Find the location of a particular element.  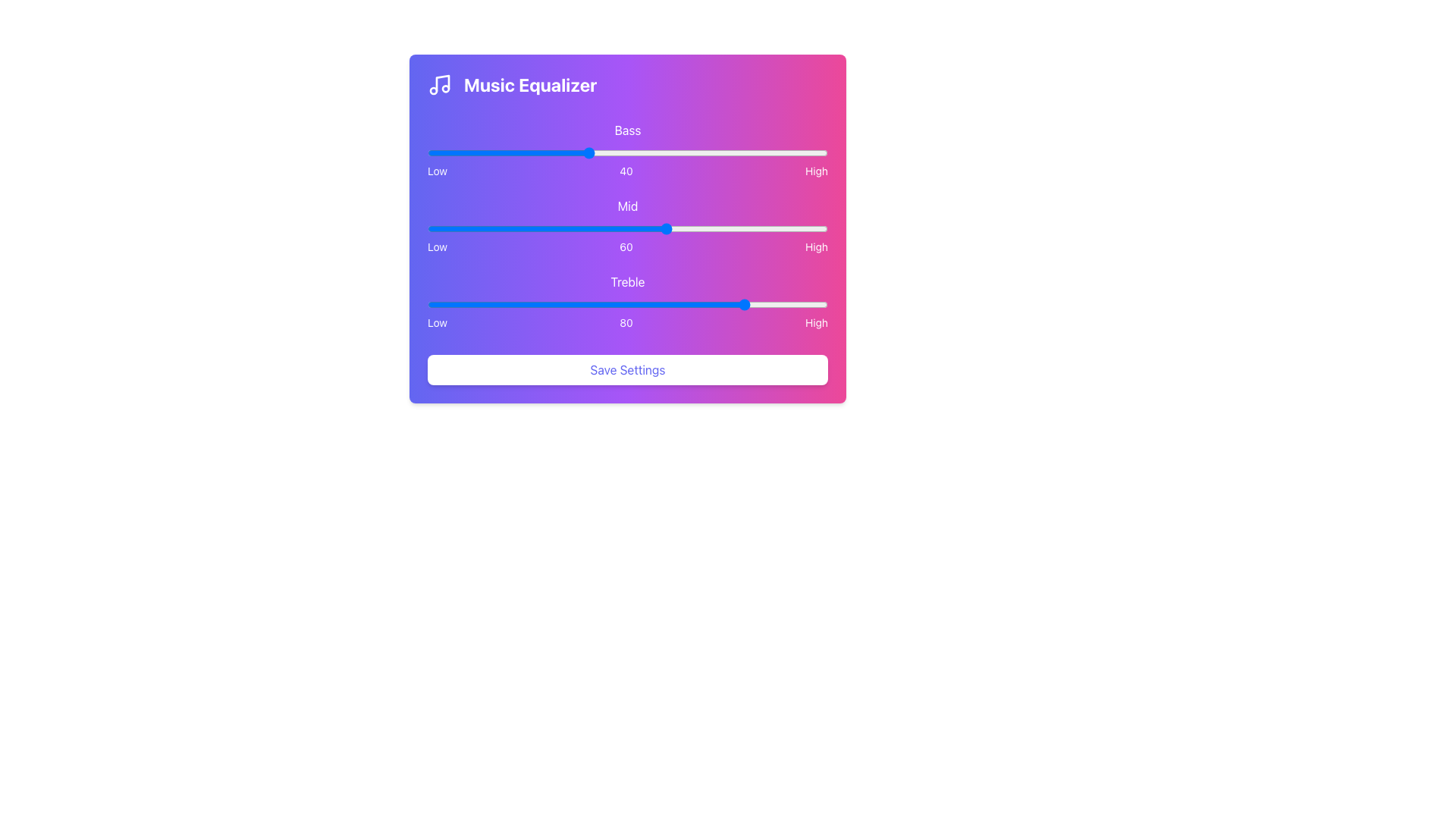

the bass level is located at coordinates (639, 152).